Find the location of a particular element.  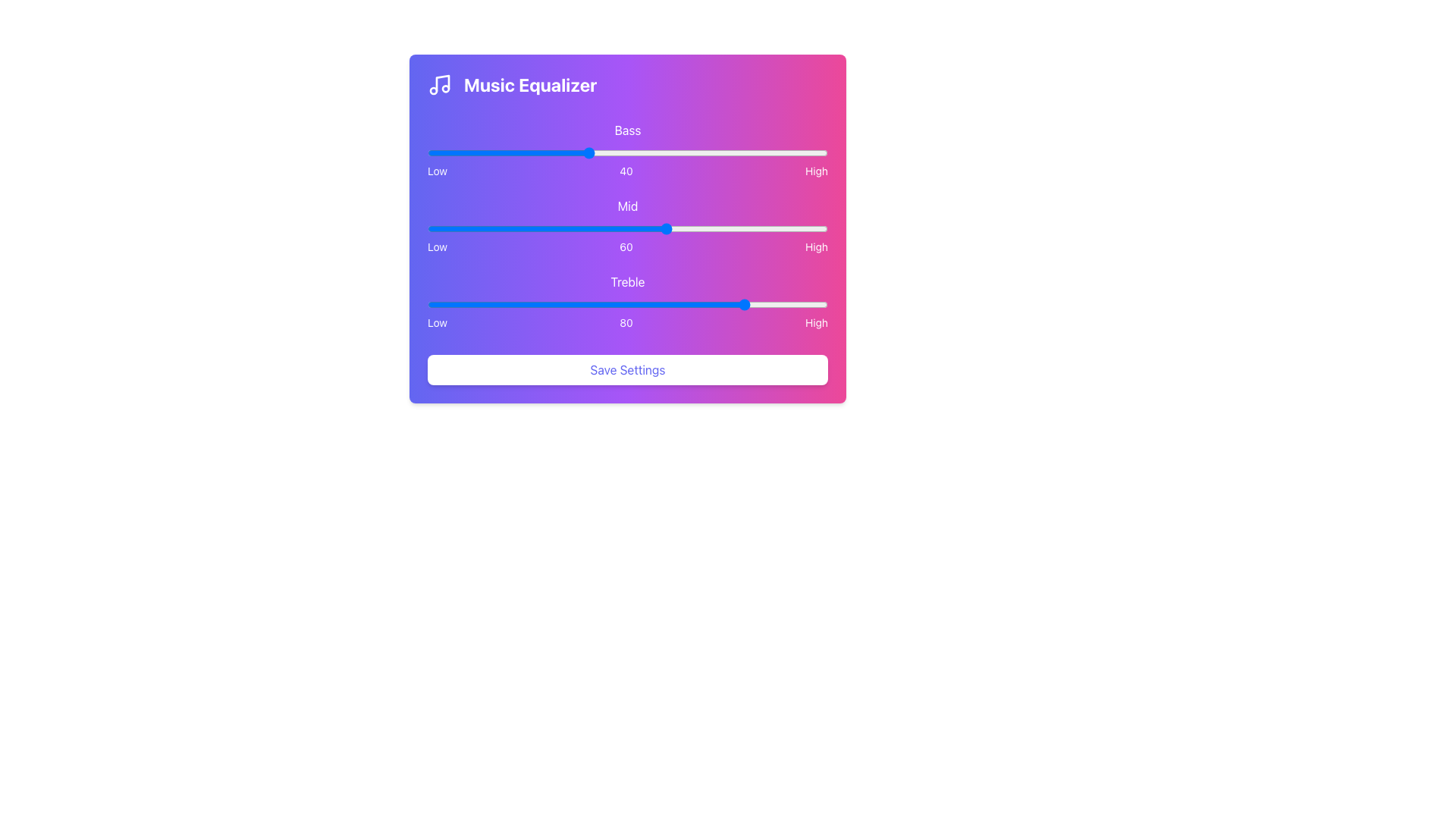

the bass level is located at coordinates (639, 152).